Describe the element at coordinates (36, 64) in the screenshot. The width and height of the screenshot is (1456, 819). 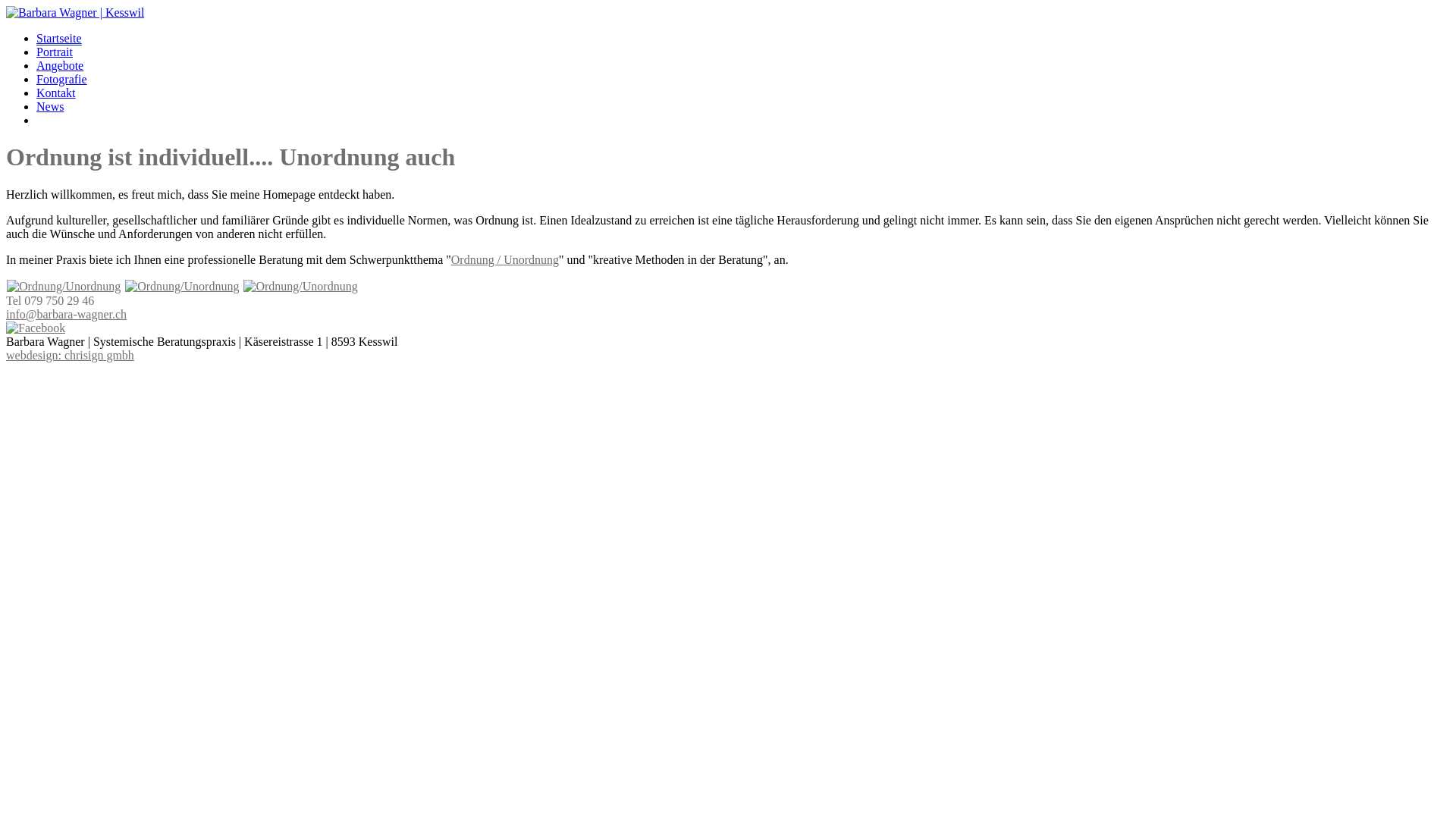
I see `'Angebote'` at that location.